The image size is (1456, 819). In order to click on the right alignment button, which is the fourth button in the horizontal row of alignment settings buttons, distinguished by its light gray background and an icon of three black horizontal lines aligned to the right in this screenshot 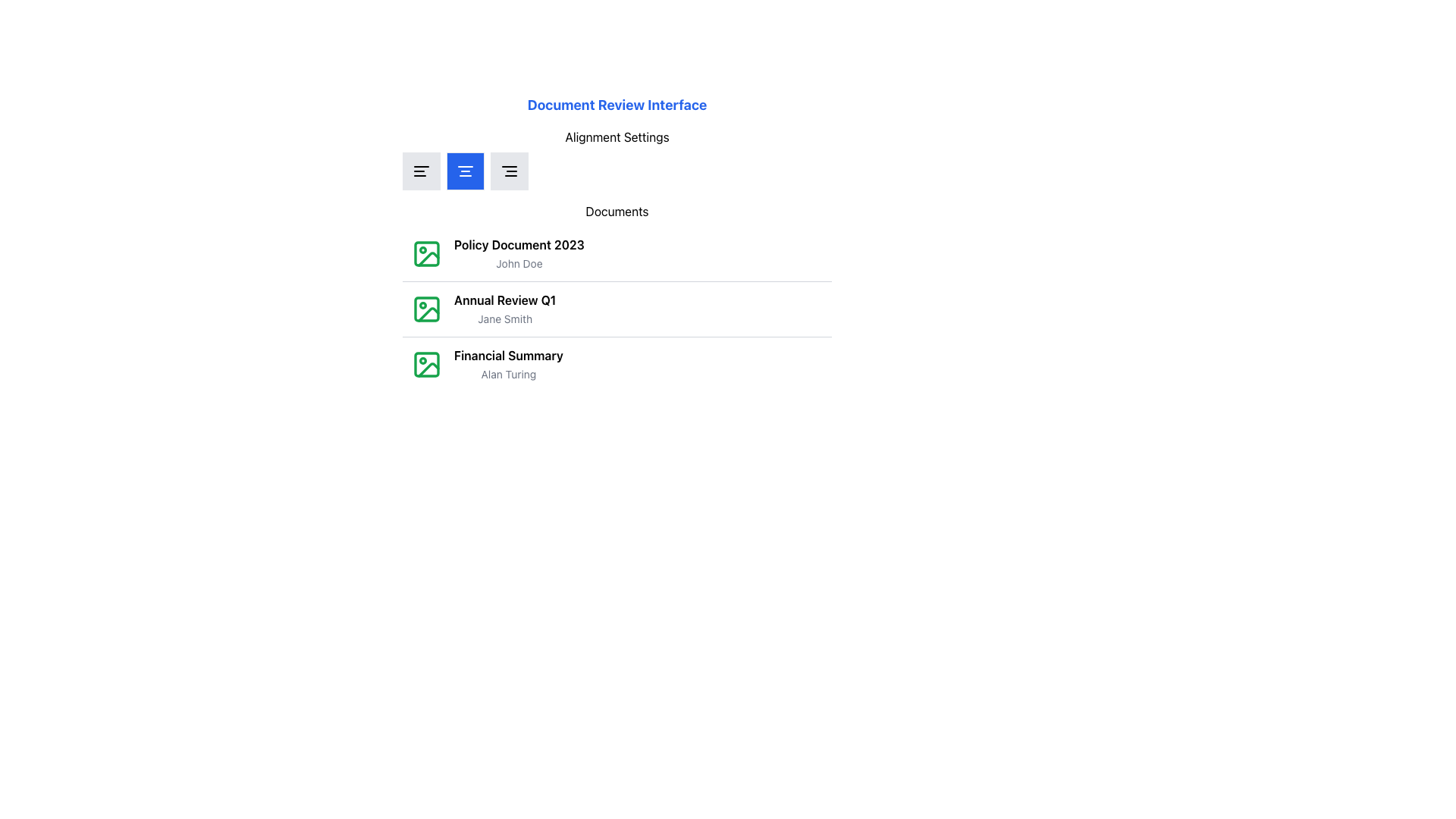, I will do `click(510, 171)`.